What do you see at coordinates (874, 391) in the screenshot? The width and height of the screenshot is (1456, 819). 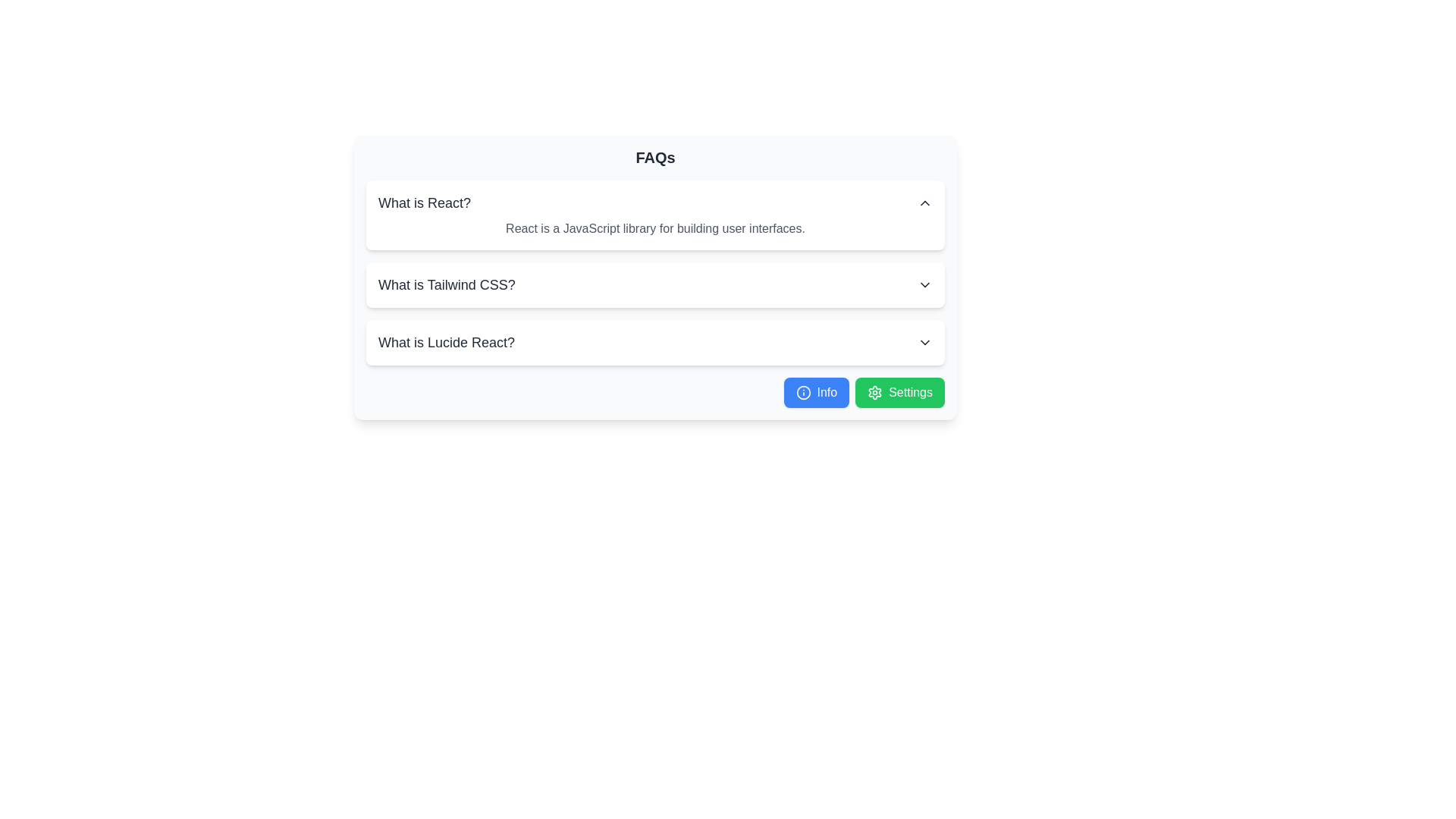 I see `decorative gear icon that is part of the 'Settings' button located at the bottom-right corner of the FAQ section for its properties` at bounding box center [874, 391].